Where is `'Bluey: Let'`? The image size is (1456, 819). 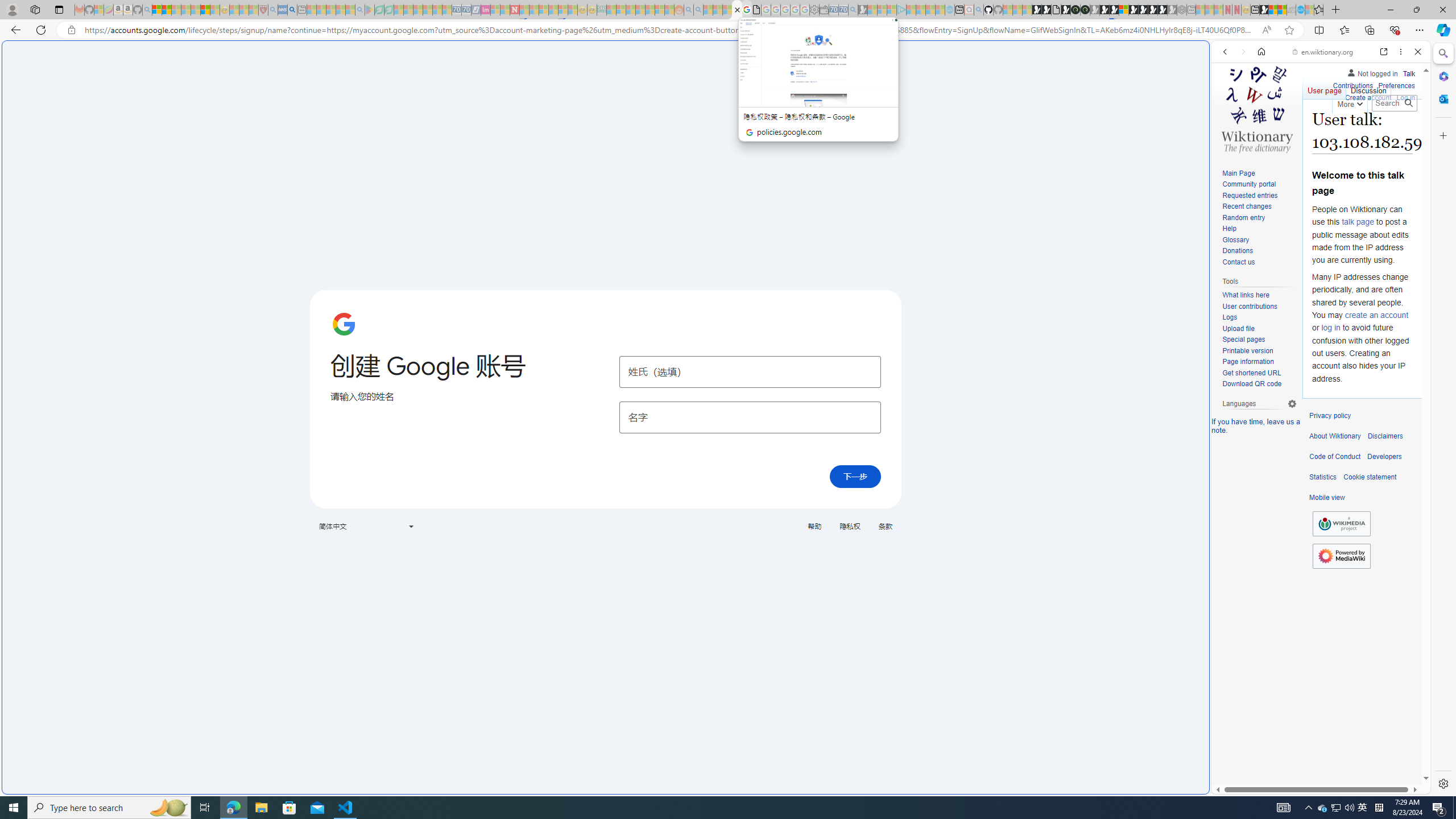
'Bluey: Let' is located at coordinates (369, 9).